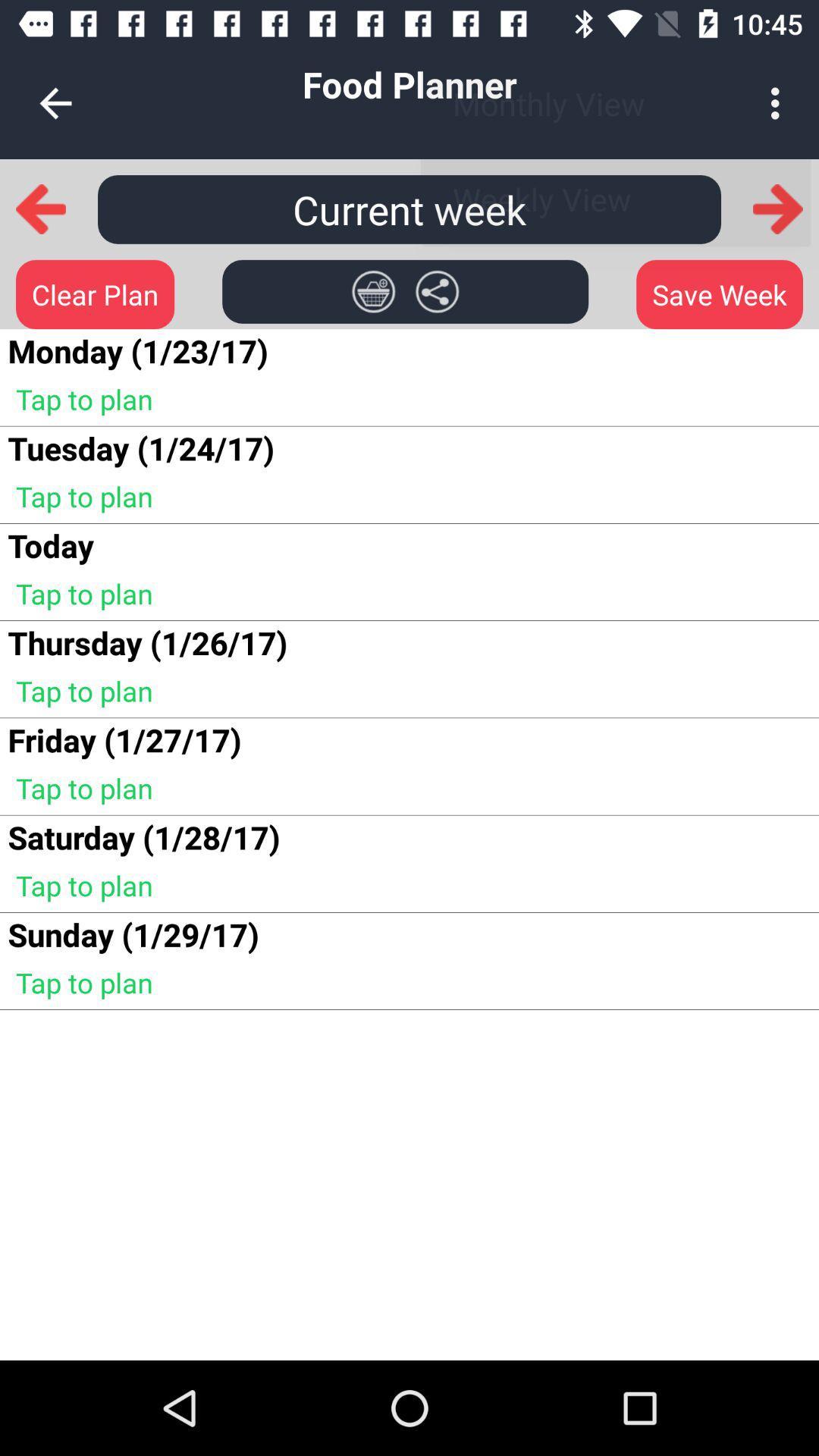 This screenshot has height=1456, width=819. What do you see at coordinates (719, 294) in the screenshot?
I see `the save week icon` at bounding box center [719, 294].